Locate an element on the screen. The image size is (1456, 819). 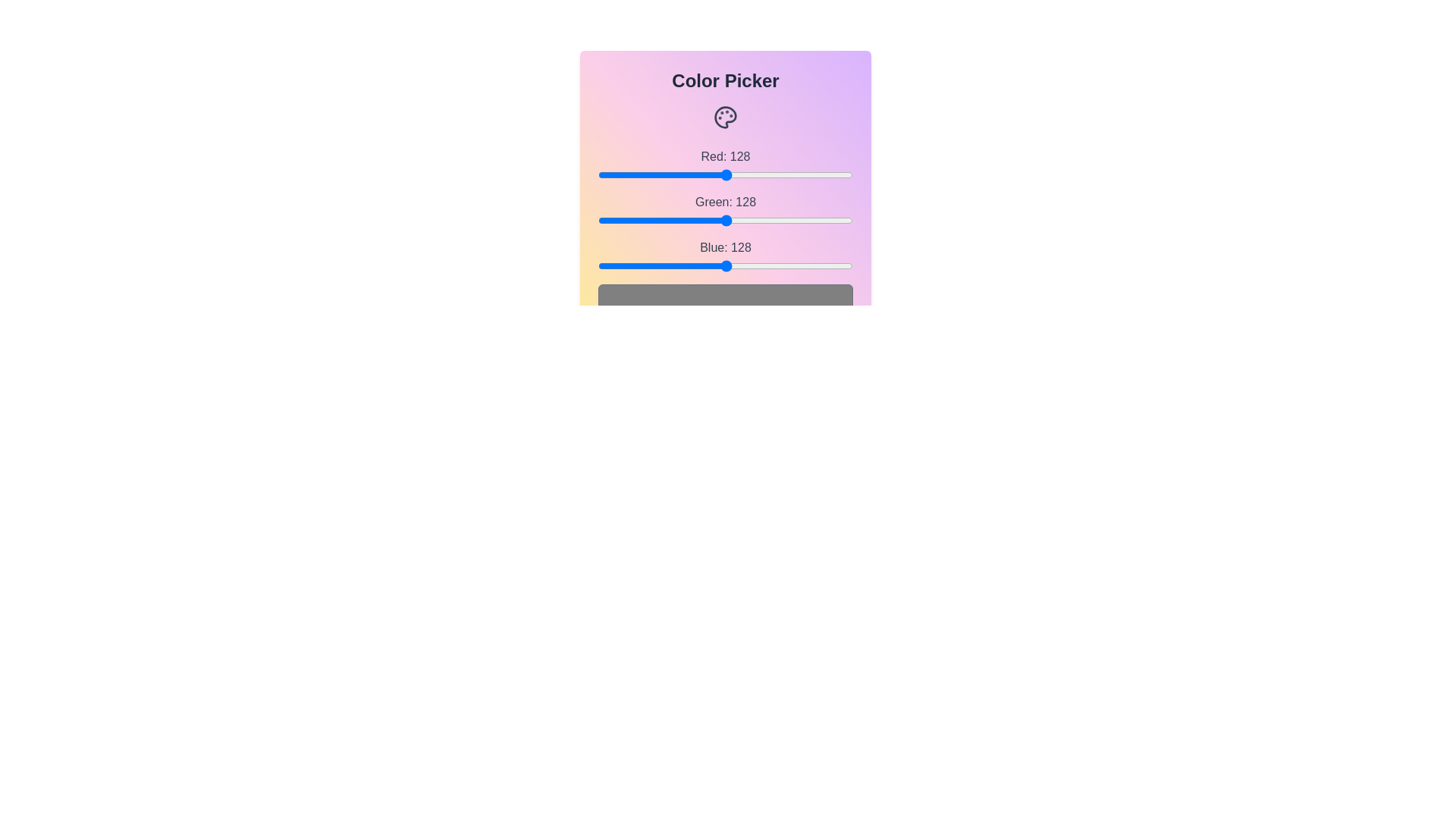
the green slider to set the green channel value to 154 is located at coordinates (752, 220).